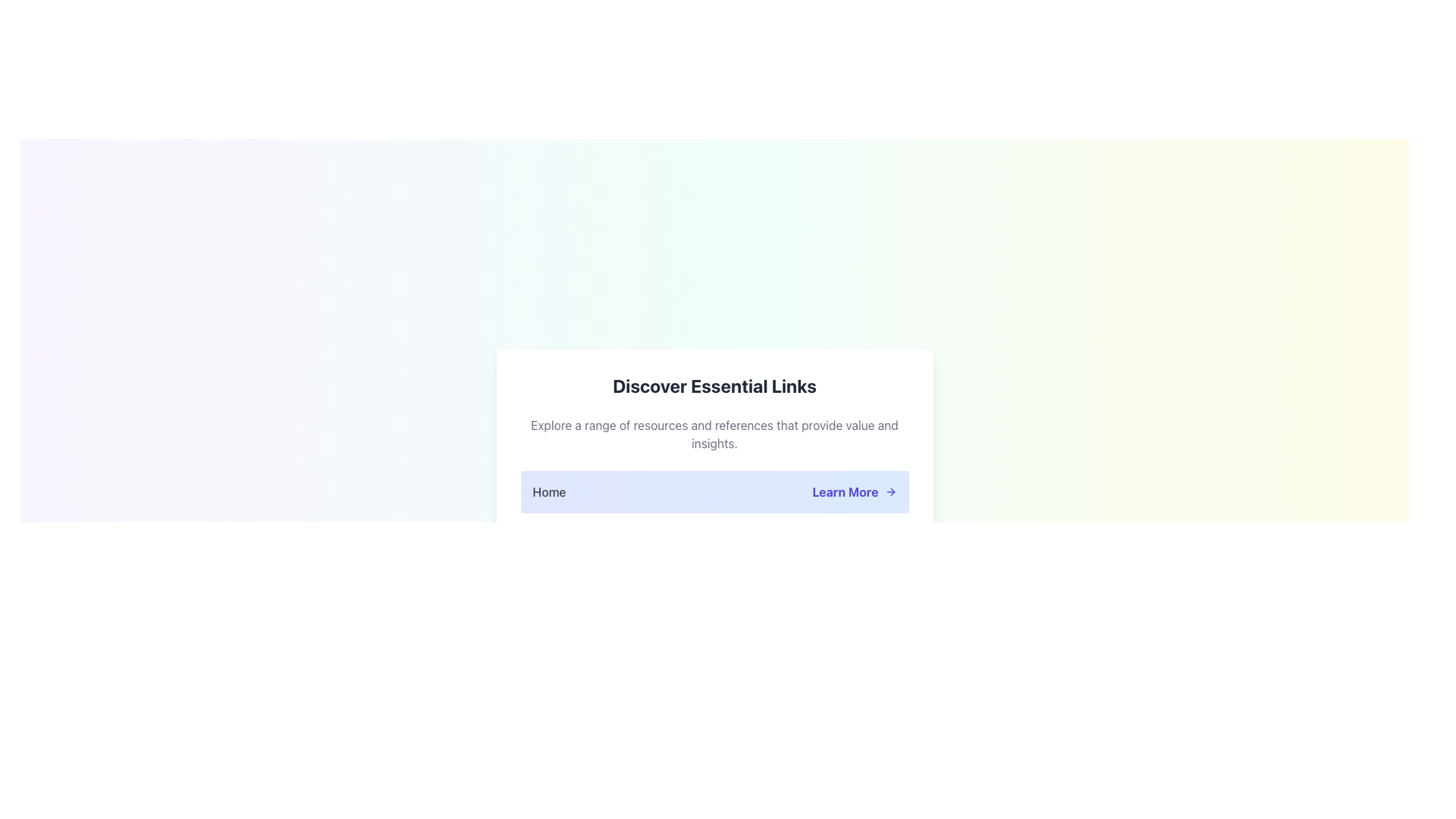  What do you see at coordinates (855, 491) in the screenshot?
I see `the hyperlink located in the blue gradient box on the right side, next to the 'Home' text` at bounding box center [855, 491].